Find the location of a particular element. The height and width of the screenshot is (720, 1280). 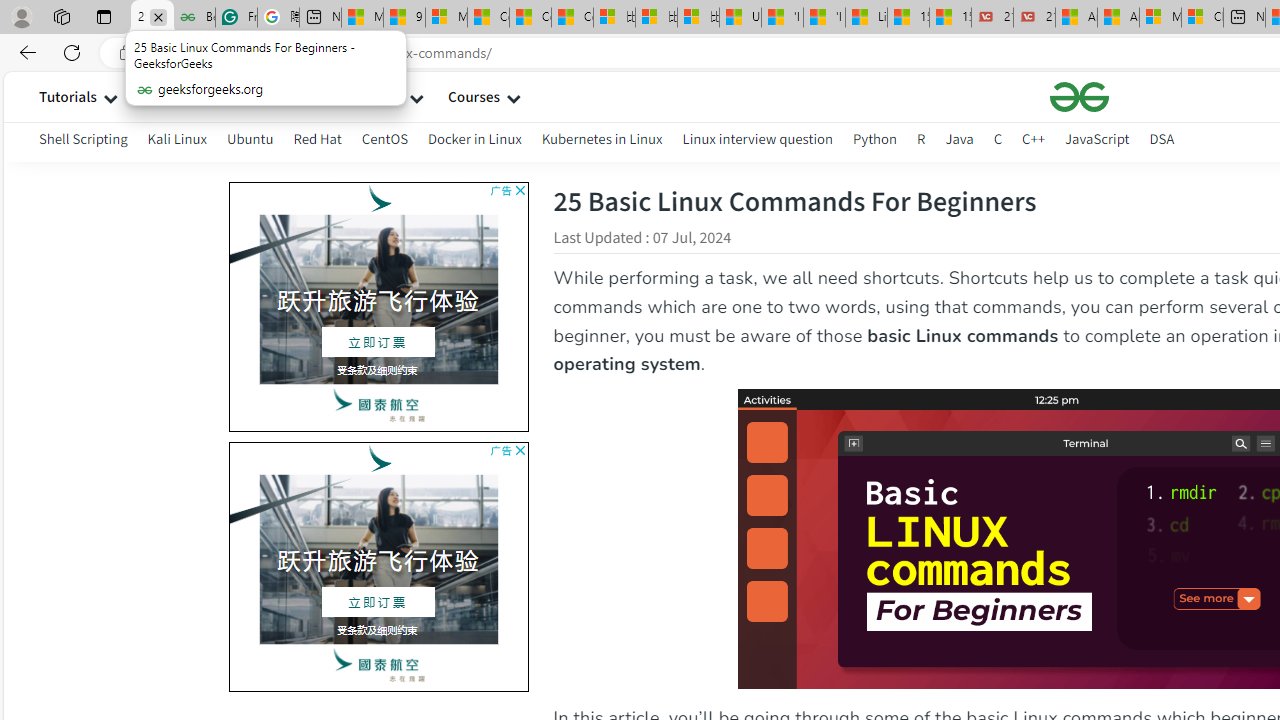

'USA TODAY - MSN' is located at coordinates (739, 17).